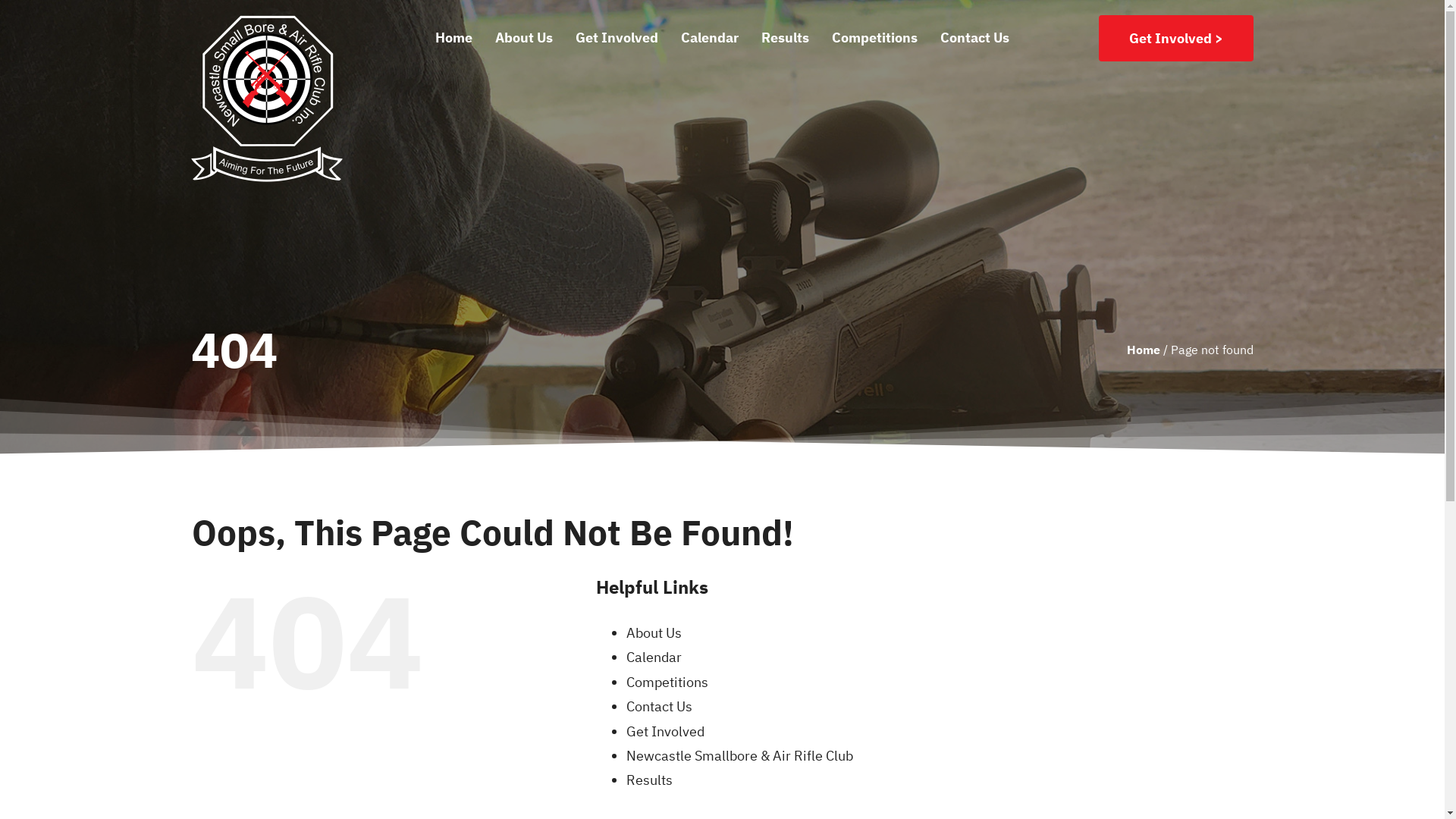 This screenshot has width=1456, height=819. What do you see at coordinates (785, 37) in the screenshot?
I see `'Results'` at bounding box center [785, 37].